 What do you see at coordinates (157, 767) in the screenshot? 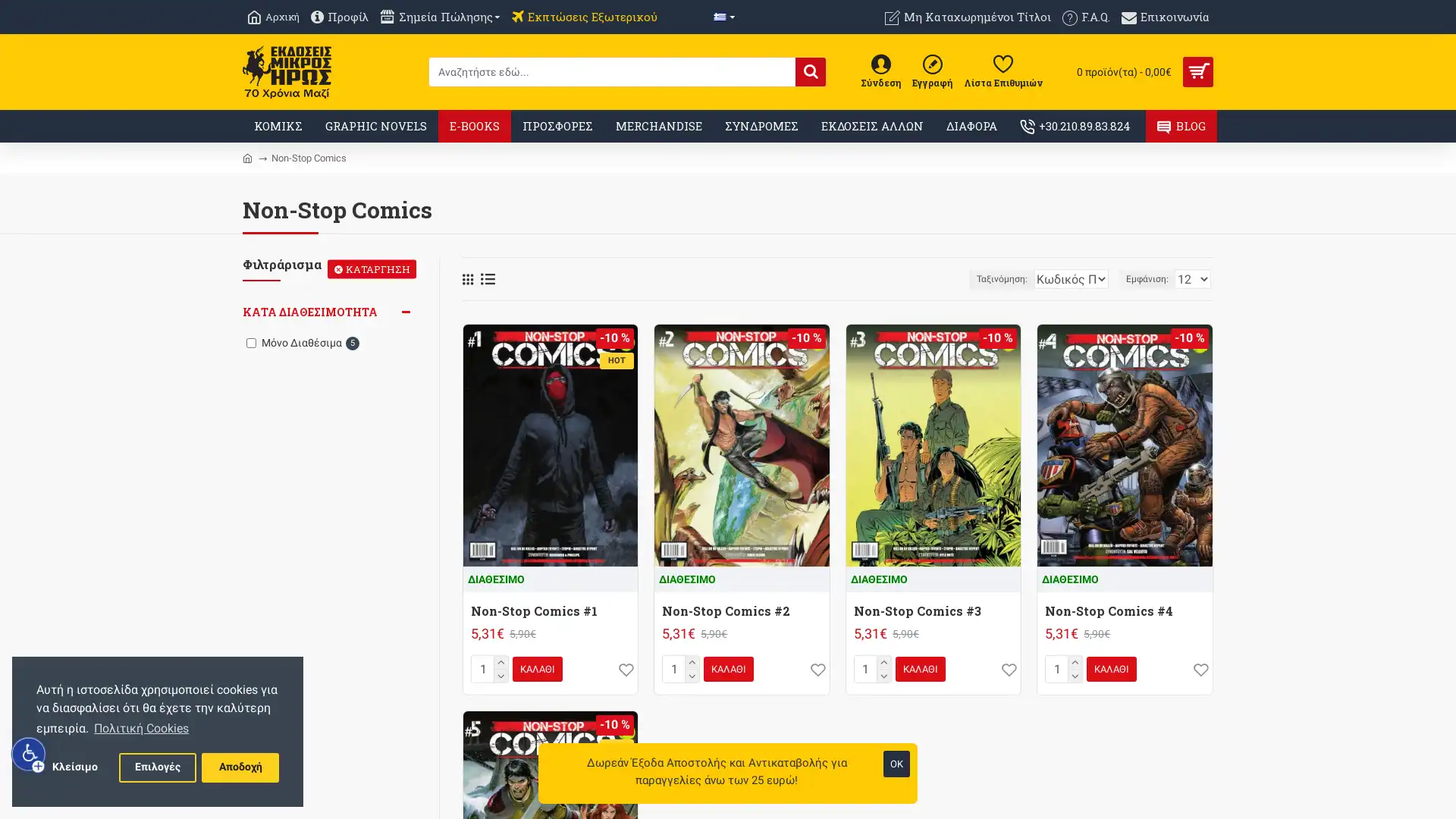
I see `settings cookies` at bounding box center [157, 767].